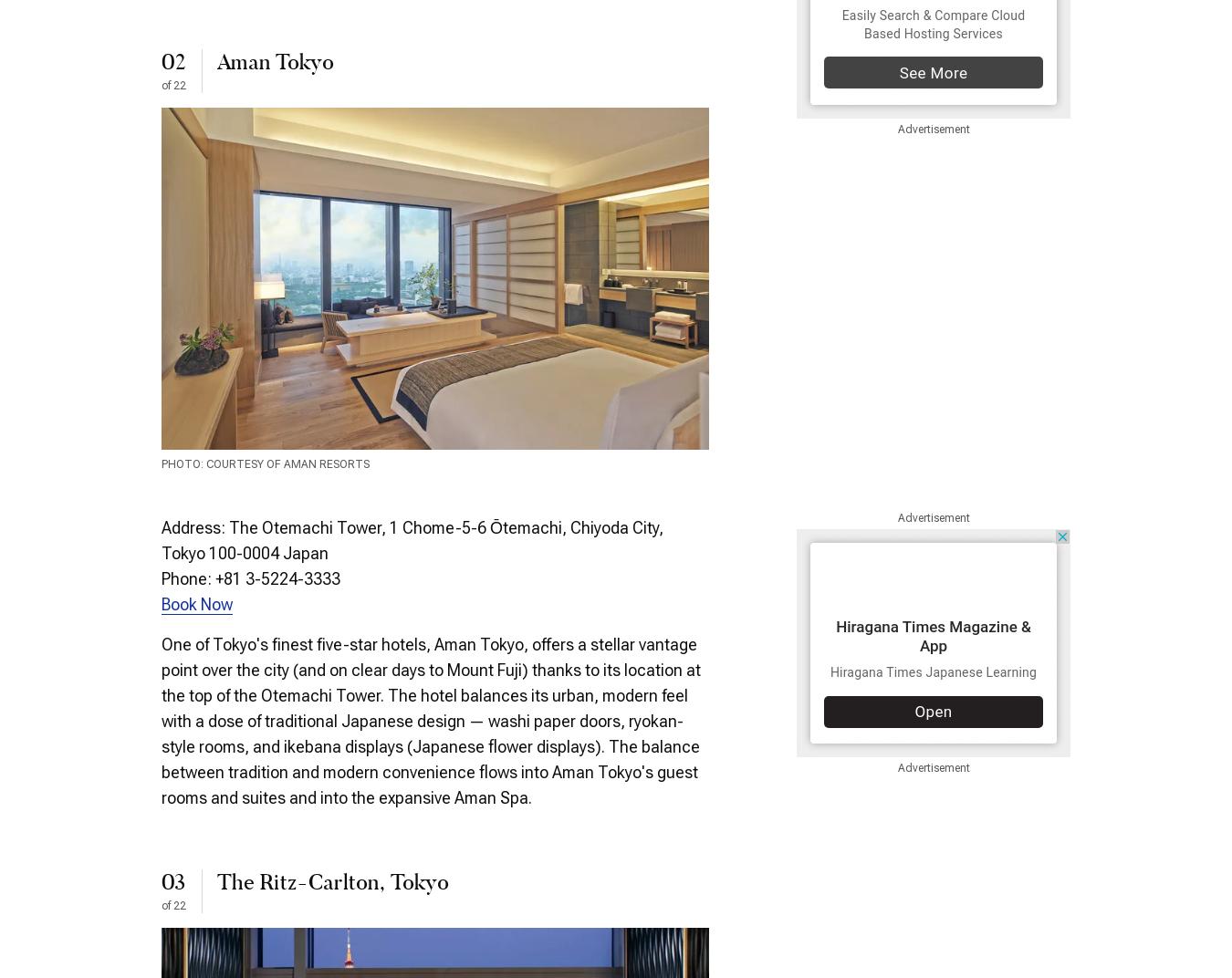  Describe the element at coordinates (172, 882) in the screenshot. I see `'03'` at that location.